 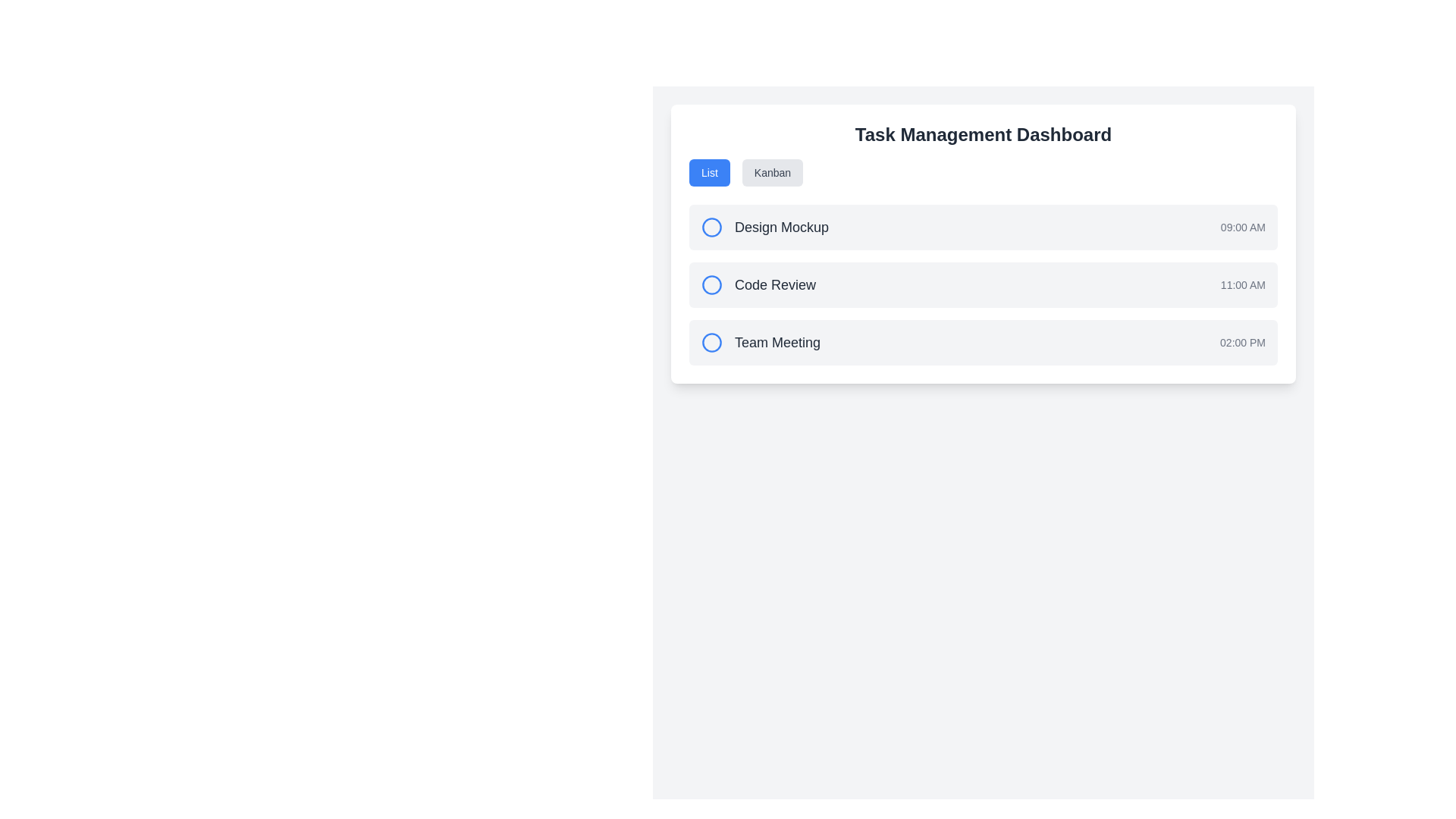 I want to click on the blue button labeled 'List' with rounded corners, so click(x=708, y=171).